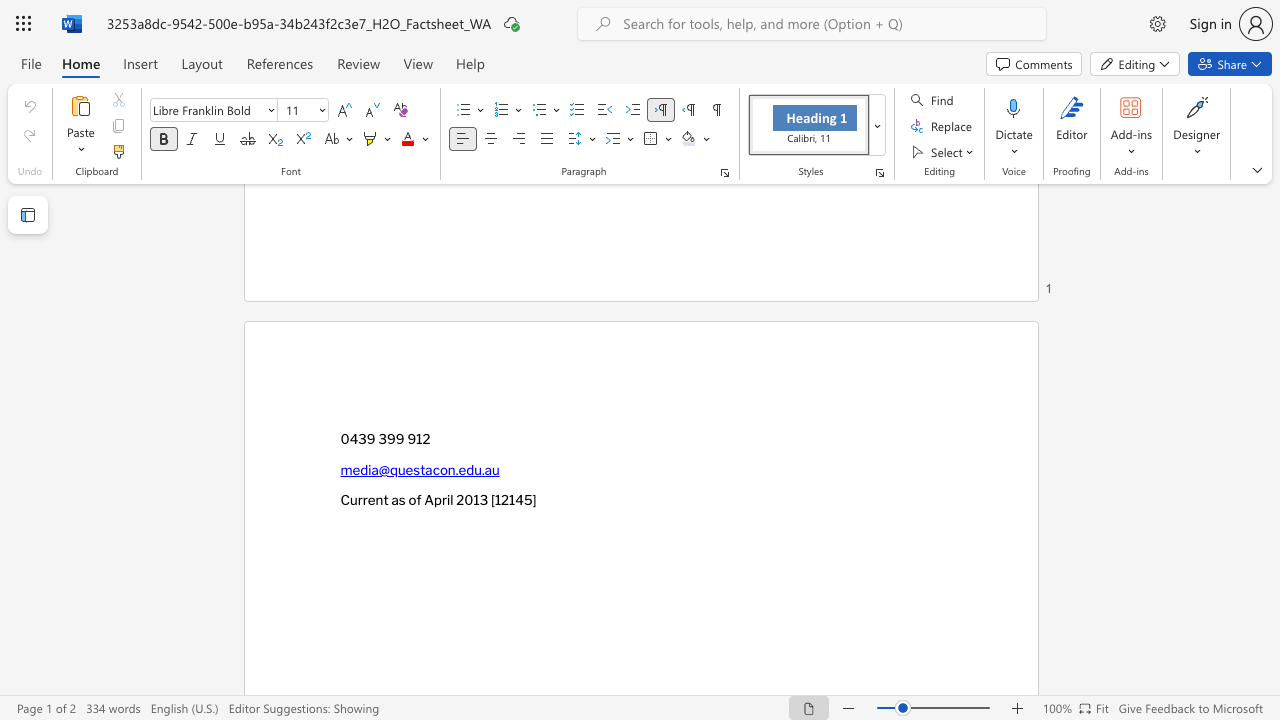 The image size is (1280, 720). What do you see at coordinates (397, 469) in the screenshot?
I see `the subset text "uestacon.edu.au" within the text "media@questacon.edu.au"` at bounding box center [397, 469].